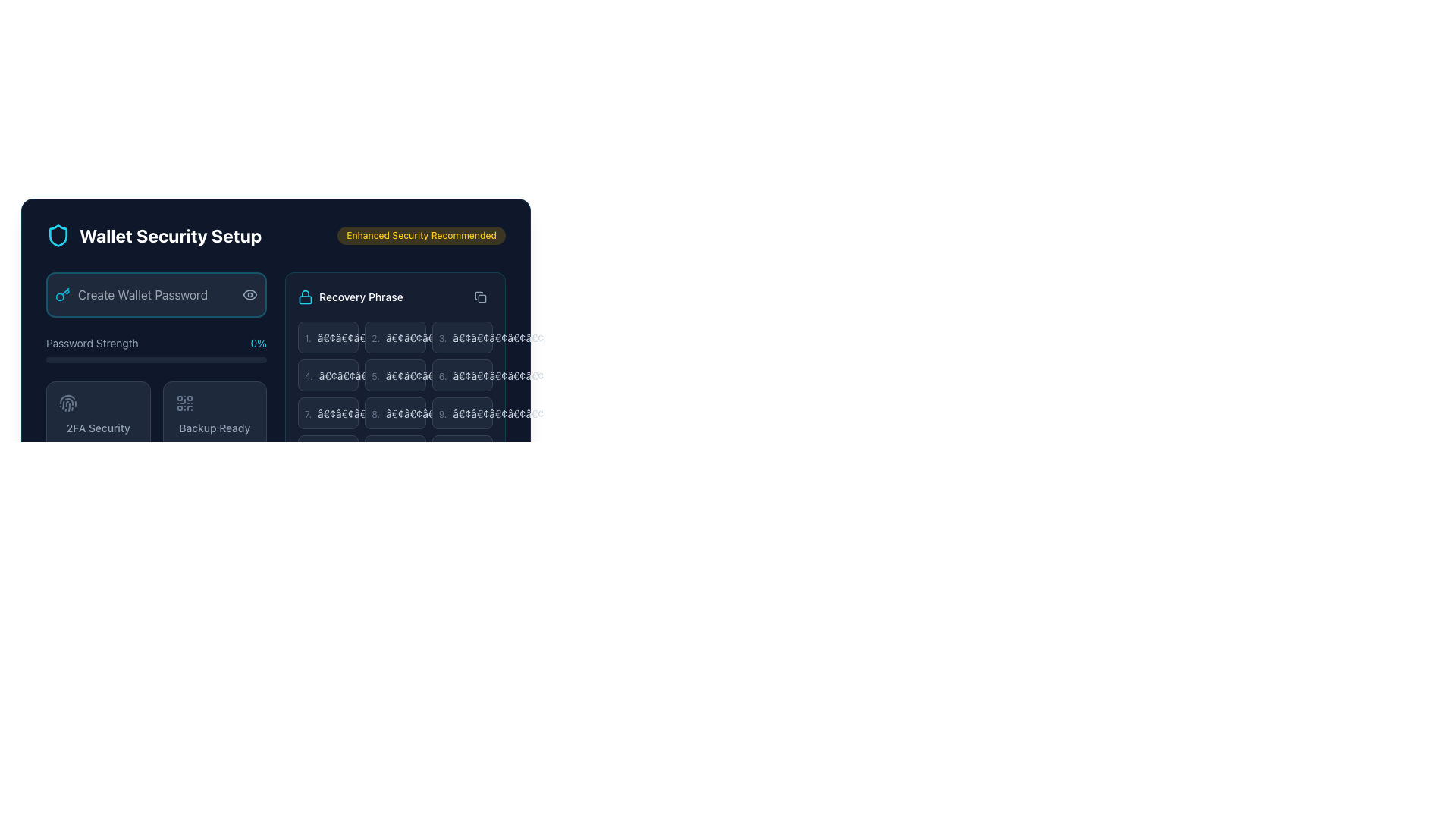 The width and height of the screenshot is (1456, 819). What do you see at coordinates (171, 236) in the screenshot?
I see `the text label or header that indicates wallet security, which is centrally positioned beside a shield icon` at bounding box center [171, 236].